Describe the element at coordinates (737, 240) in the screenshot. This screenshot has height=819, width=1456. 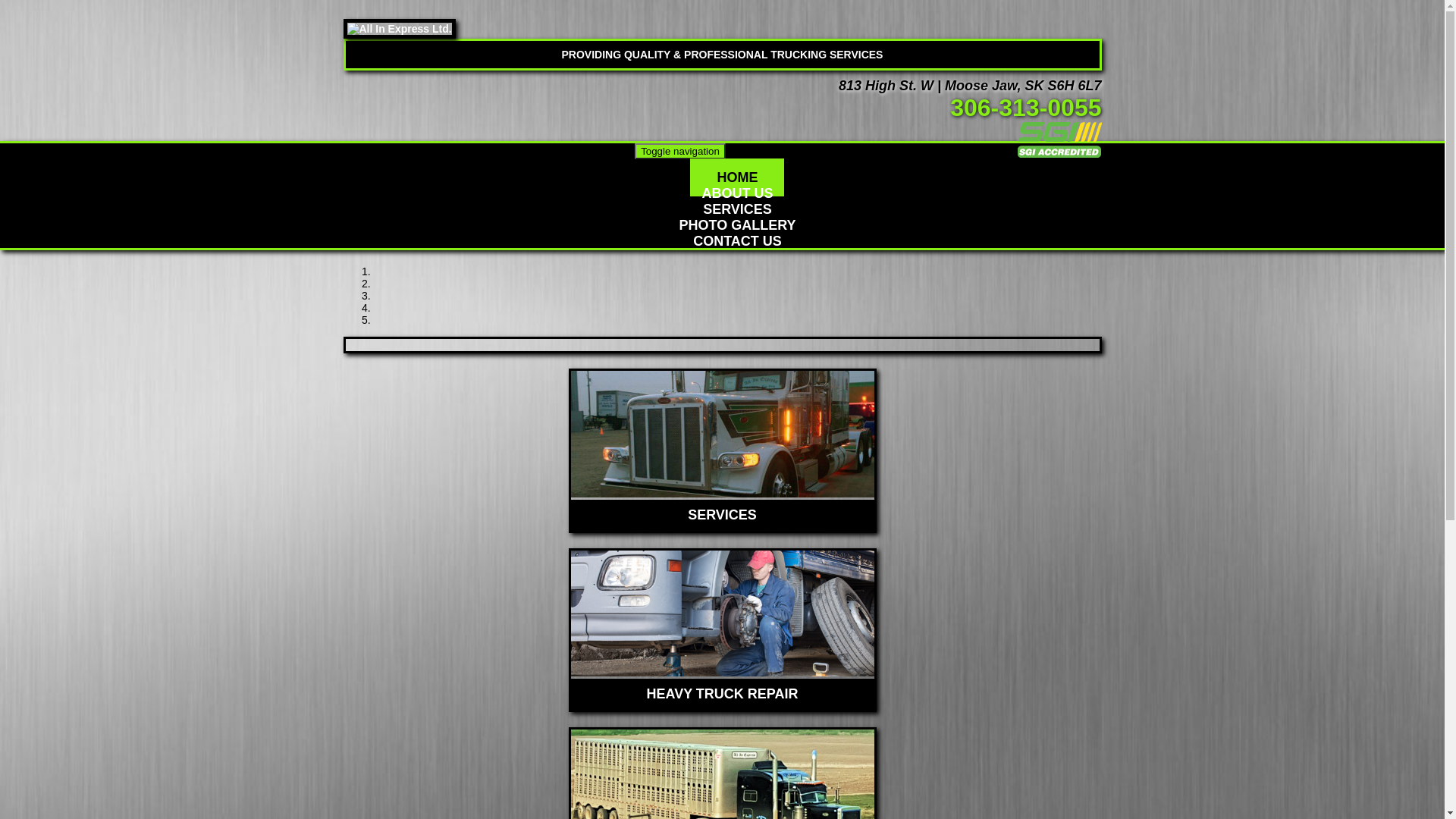
I see `'CONTACT US'` at that location.